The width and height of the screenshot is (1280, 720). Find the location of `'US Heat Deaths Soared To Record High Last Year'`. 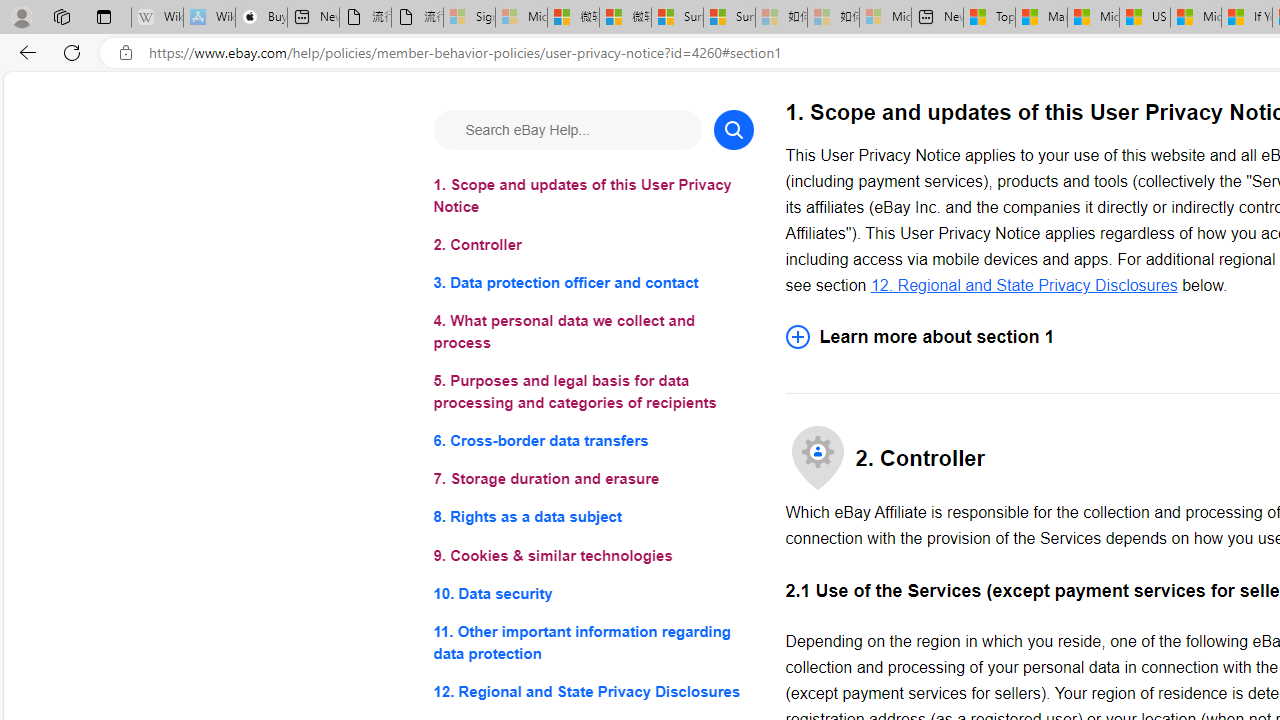

'US Heat Deaths Soared To Record High Last Year' is located at coordinates (1144, 17).